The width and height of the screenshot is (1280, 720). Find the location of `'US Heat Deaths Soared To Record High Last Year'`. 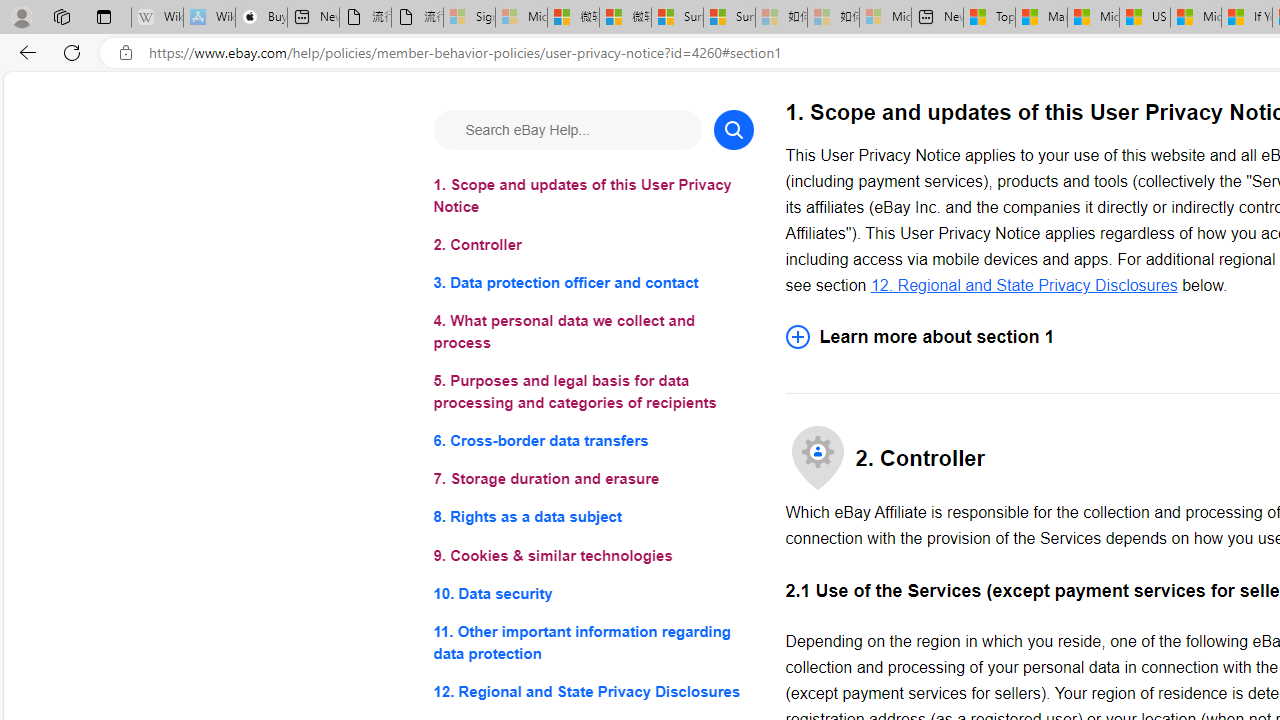

'US Heat Deaths Soared To Record High Last Year' is located at coordinates (1144, 17).